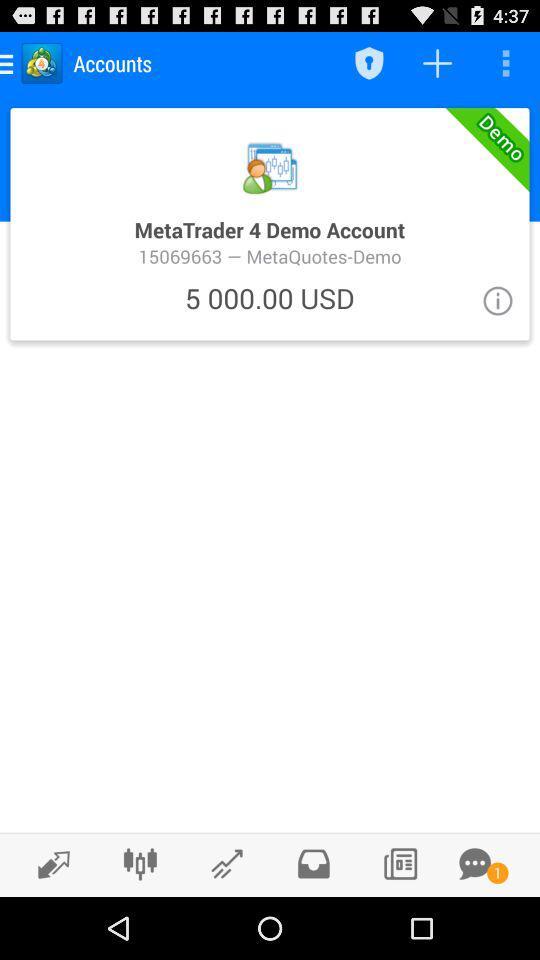  Describe the element at coordinates (270, 223) in the screenshot. I see `open the metatrade screen` at that location.